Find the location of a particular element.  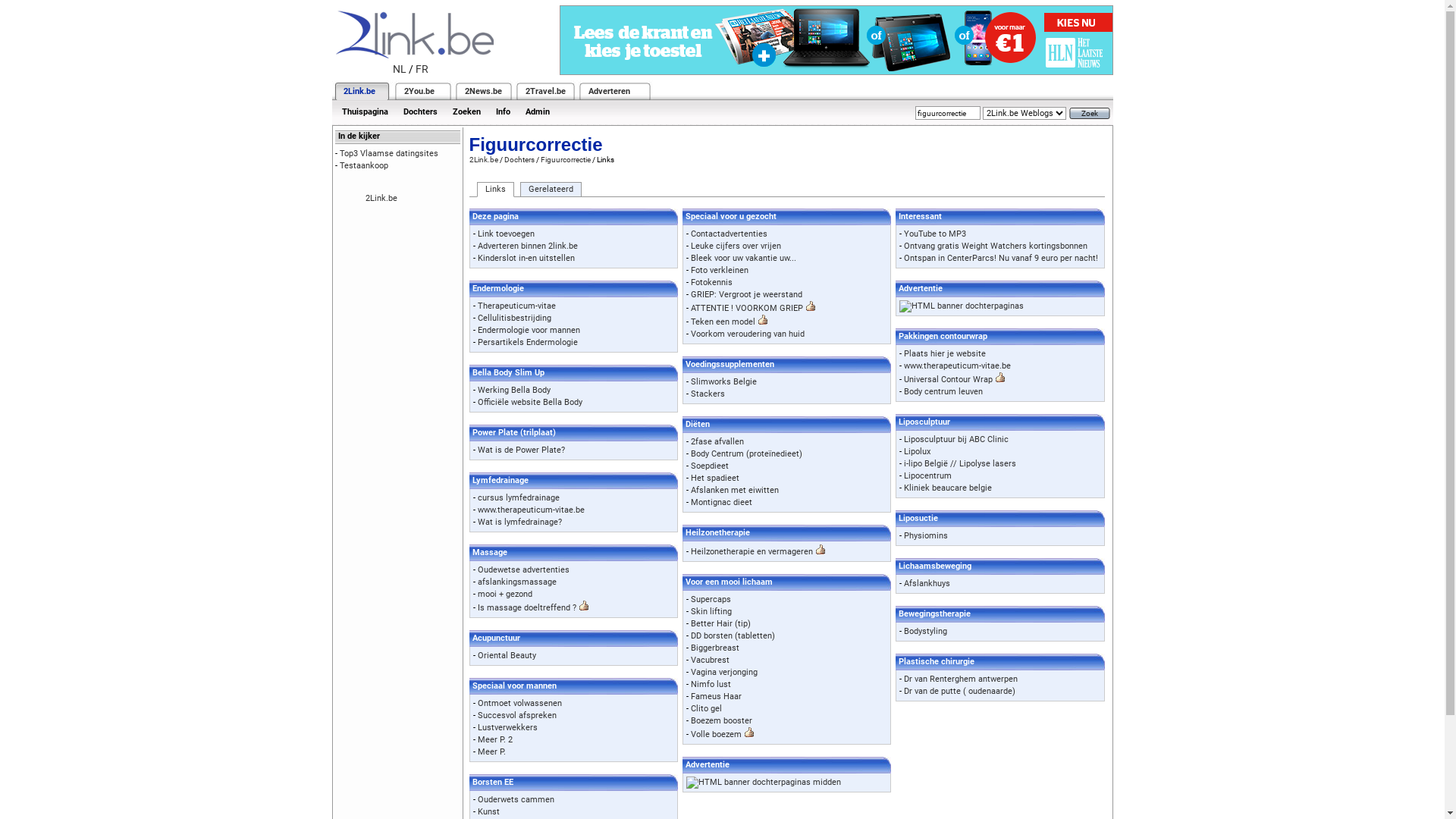

'Wat is de Power Plate?' is located at coordinates (521, 449).